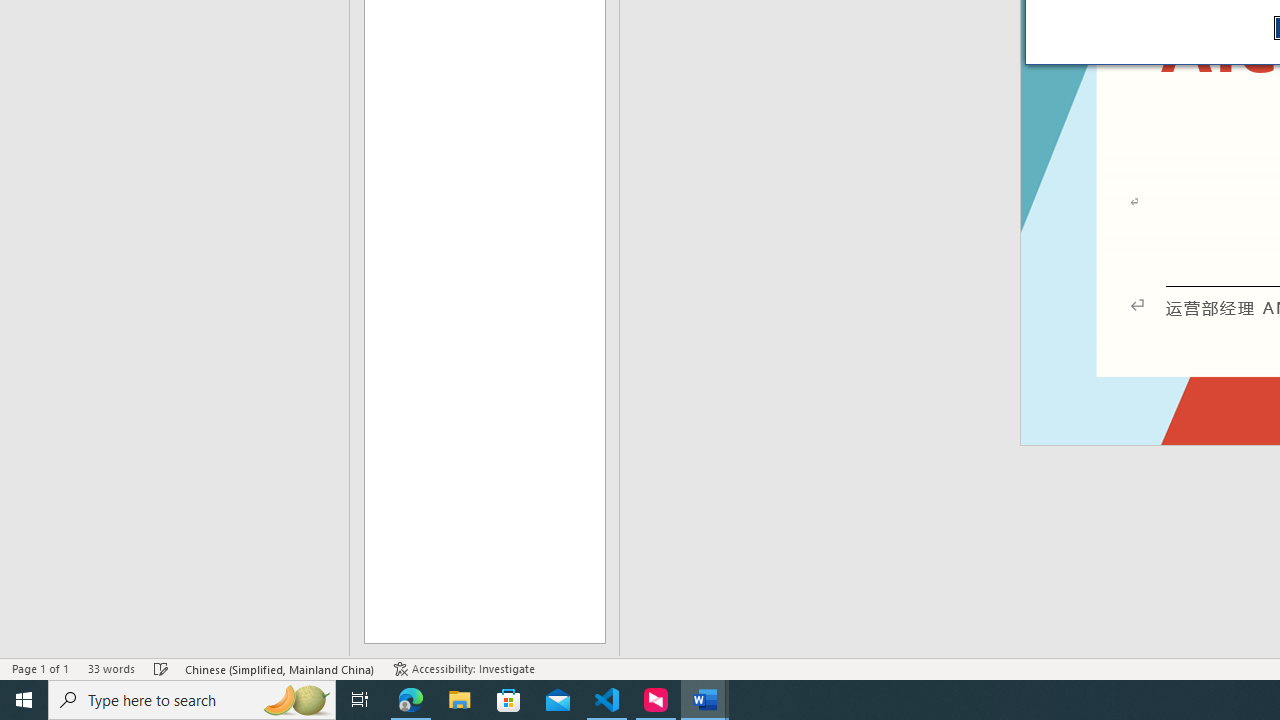 The width and height of the screenshot is (1280, 720). I want to click on 'Microsoft Edge - 1 running window', so click(410, 698).